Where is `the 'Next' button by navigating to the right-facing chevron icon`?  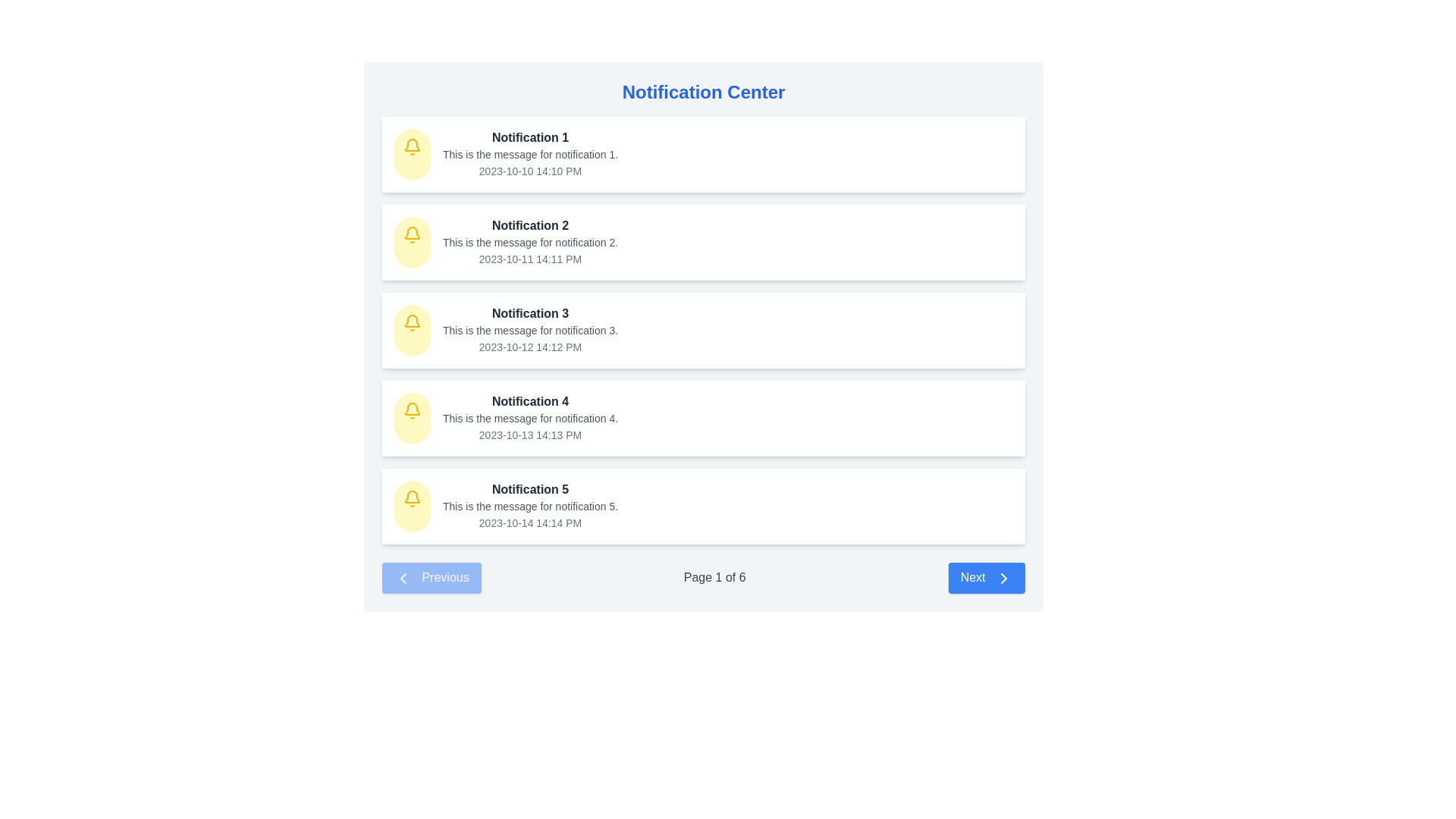 the 'Next' button by navigating to the right-facing chevron icon is located at coordinates (1004, 578).